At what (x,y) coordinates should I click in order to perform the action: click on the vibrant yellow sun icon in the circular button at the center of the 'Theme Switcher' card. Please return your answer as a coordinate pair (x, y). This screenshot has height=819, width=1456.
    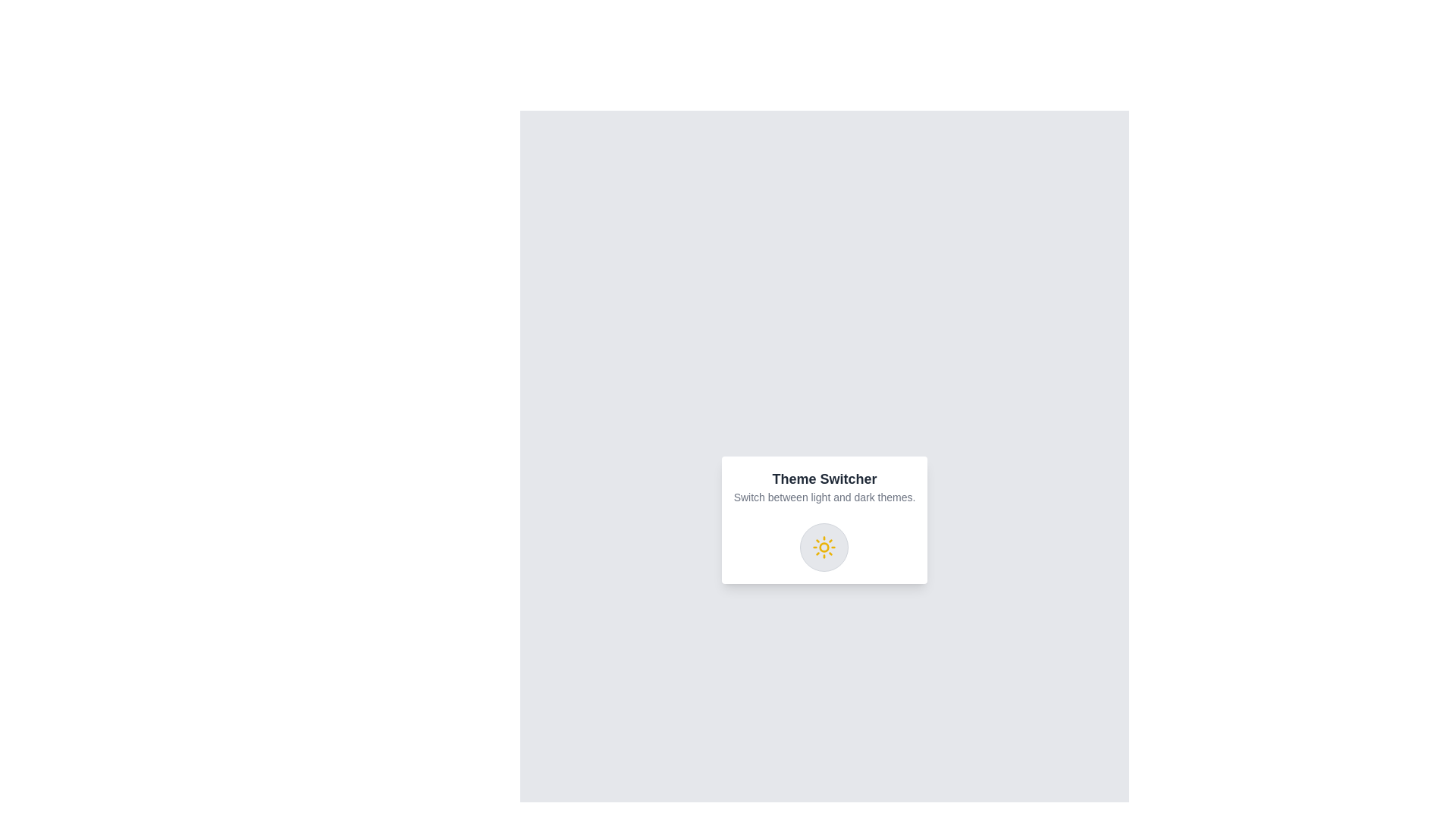
    Looking at the image, I should click on (824, 547).